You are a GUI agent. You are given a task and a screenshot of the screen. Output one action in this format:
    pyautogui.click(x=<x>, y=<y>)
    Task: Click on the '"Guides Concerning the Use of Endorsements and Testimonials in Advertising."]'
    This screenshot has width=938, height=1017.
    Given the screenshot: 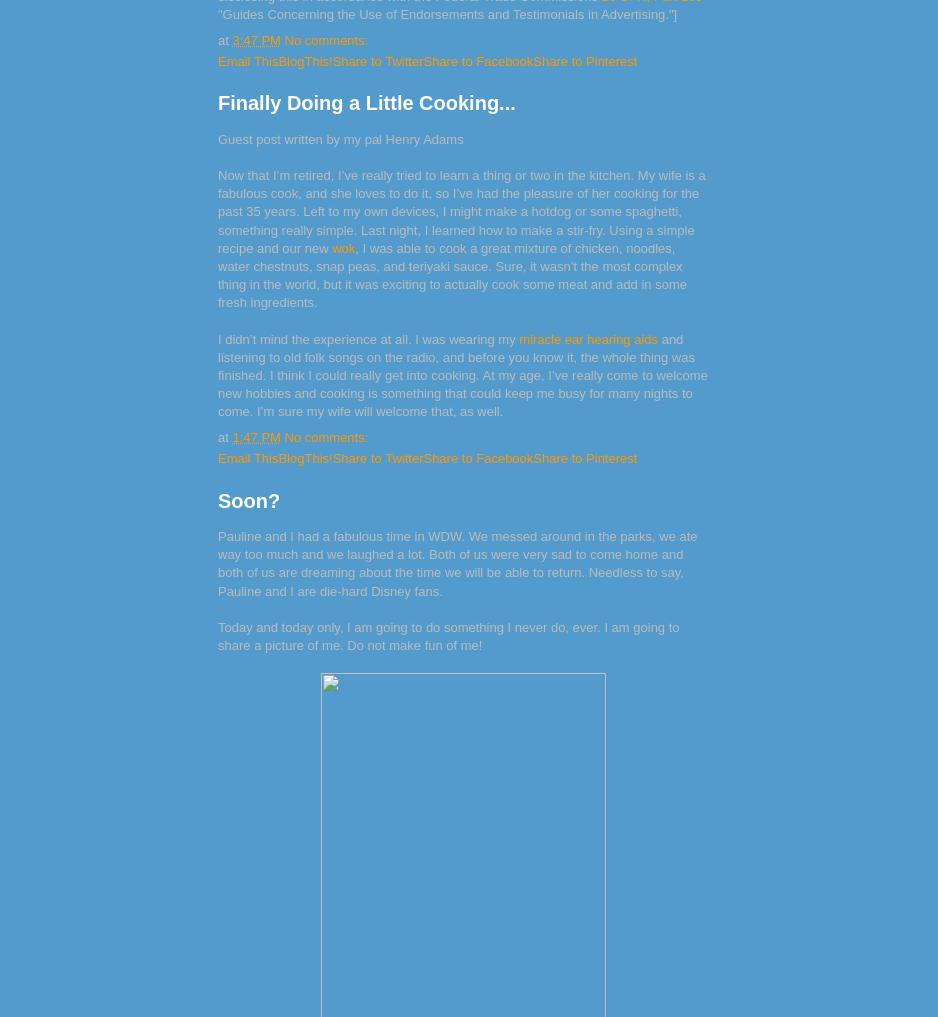 What is the action you would take?
    pyautogui.click(x=217, y=13)
    